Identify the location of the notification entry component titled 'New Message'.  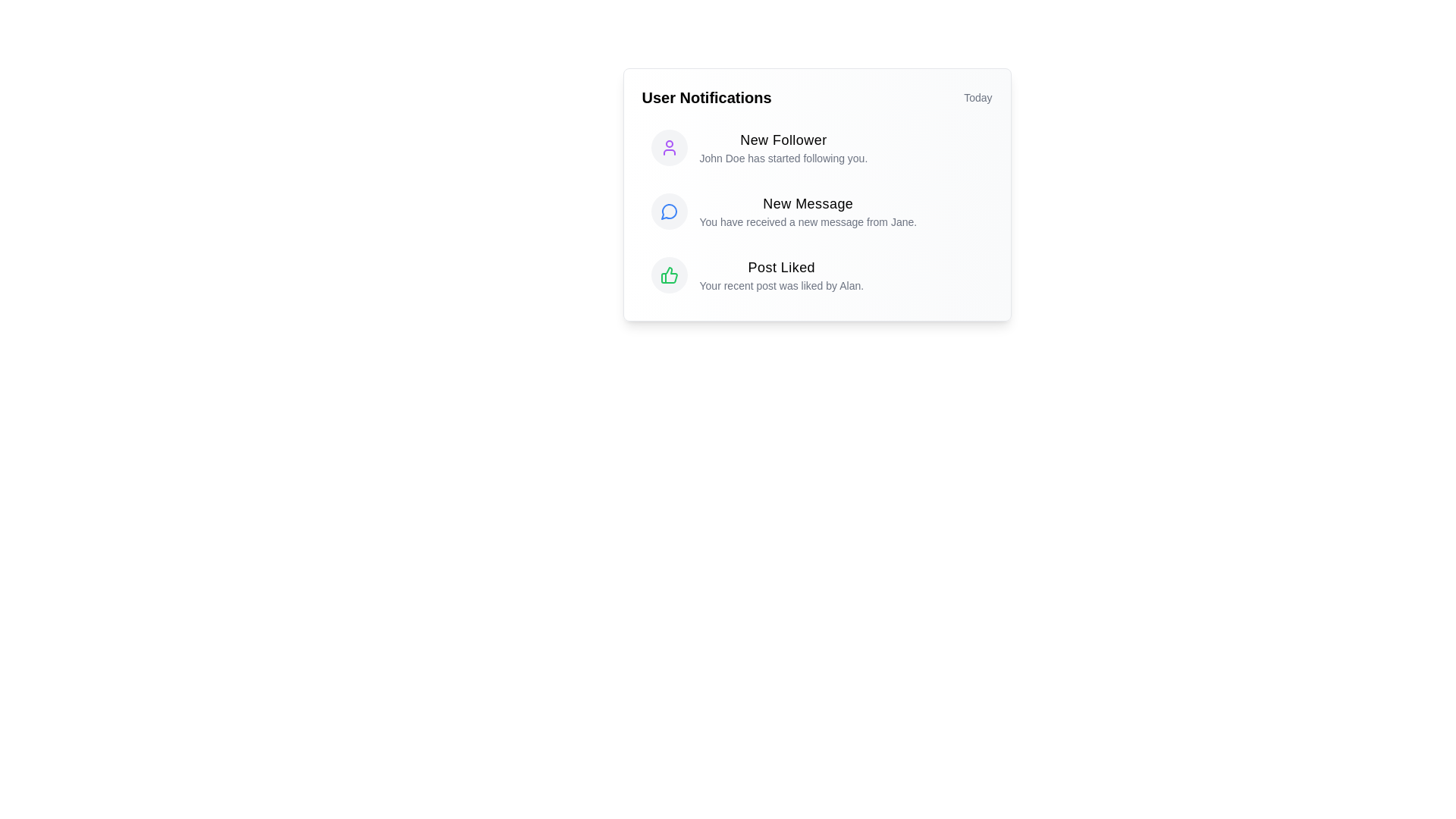
(816, 211).